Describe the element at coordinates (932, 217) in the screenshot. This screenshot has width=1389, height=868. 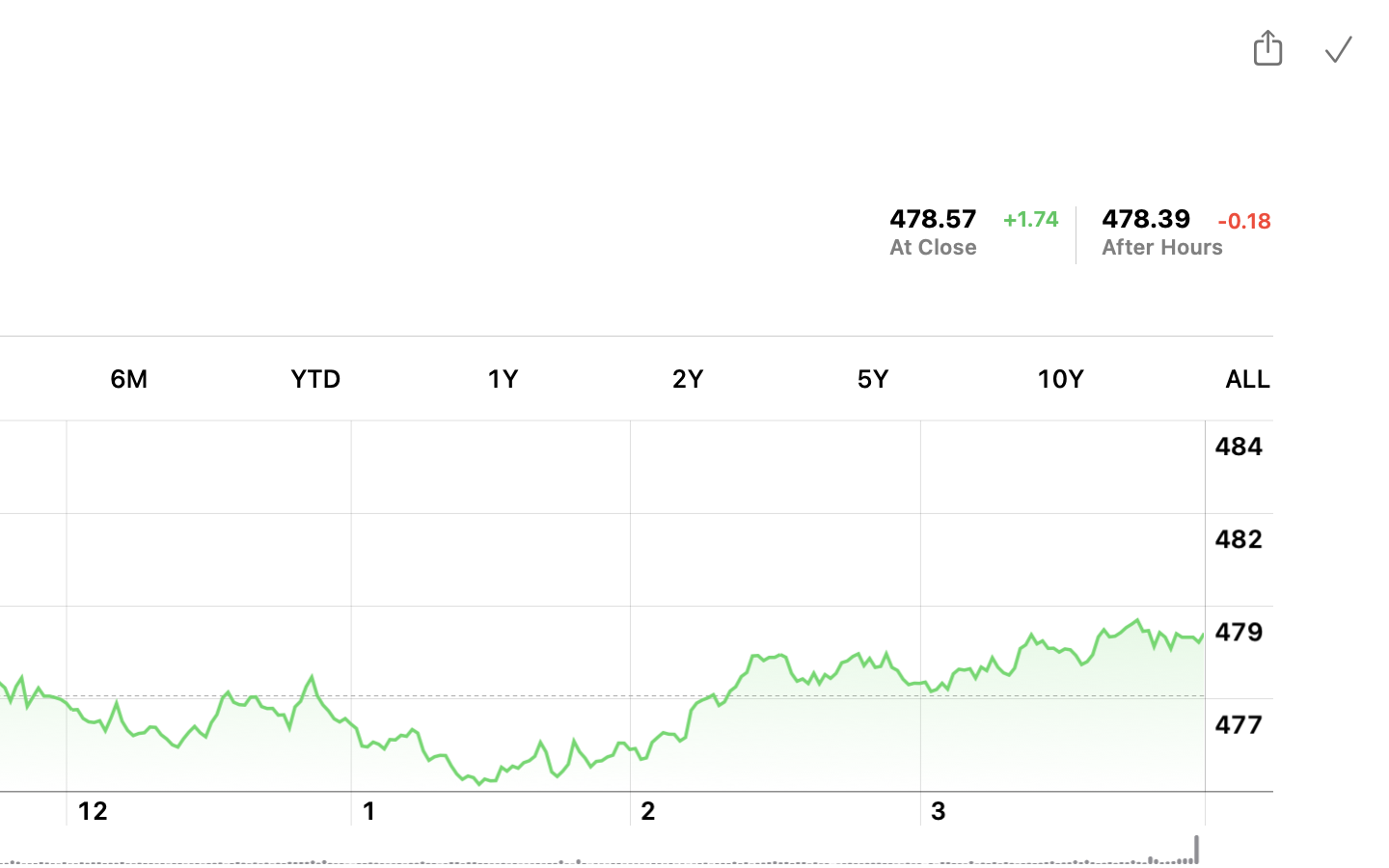
I see `'478.57, change, up 1.74 points'` at that location.